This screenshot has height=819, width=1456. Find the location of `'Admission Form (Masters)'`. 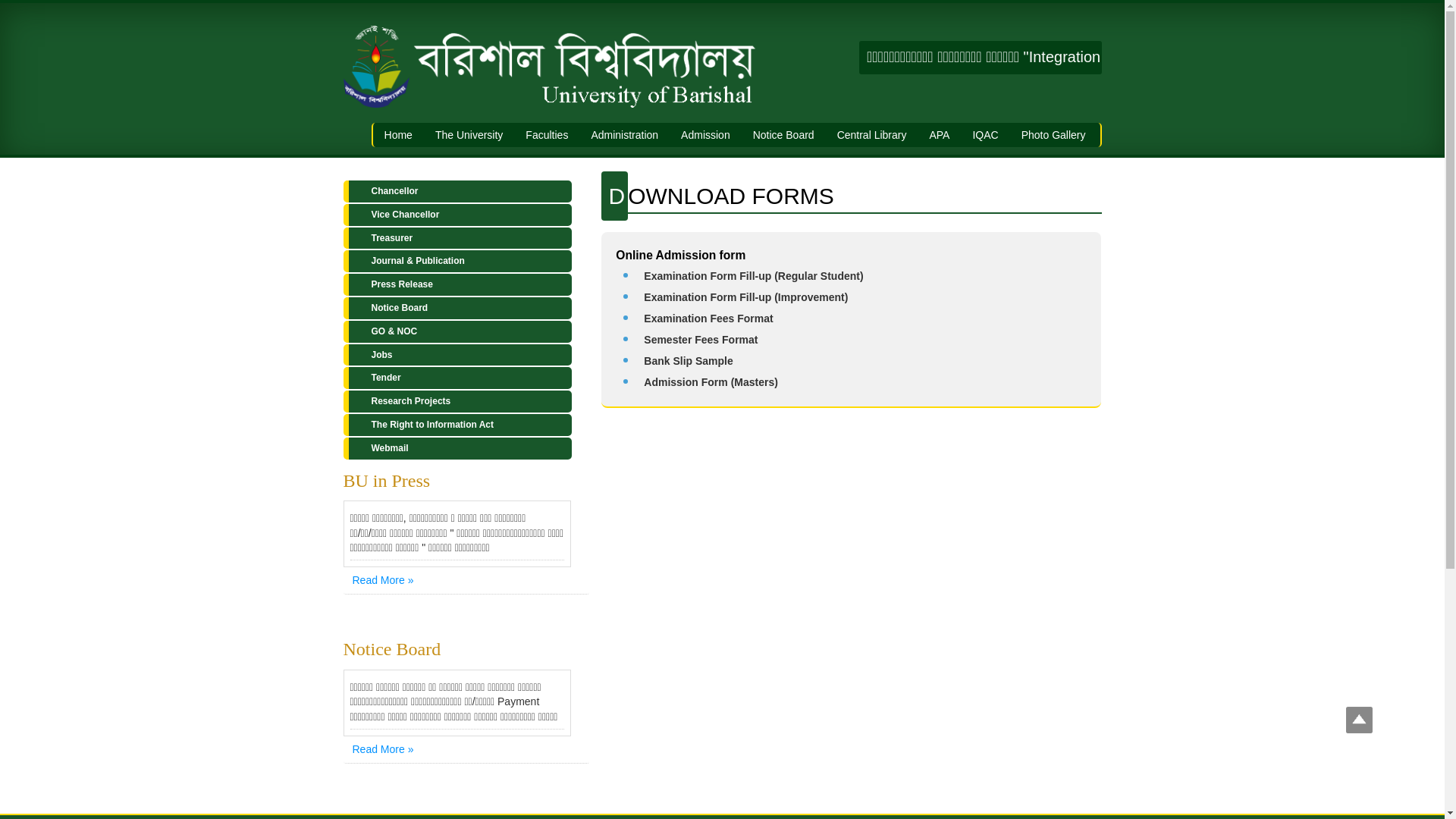

'Admission Form (Masters)' is located at coordinates (710, 381).